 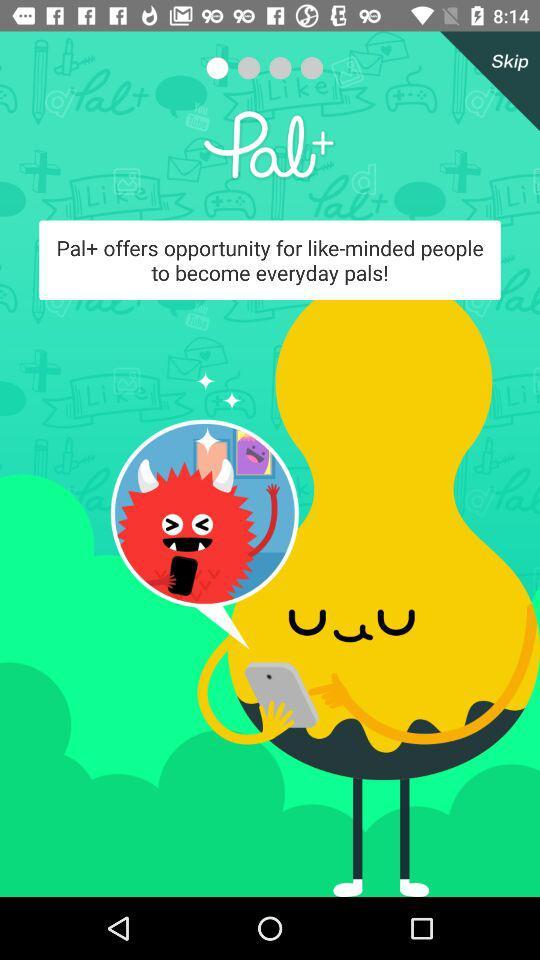 I want to click on icon above pal offers opportunity, so click(x=485, y=81).